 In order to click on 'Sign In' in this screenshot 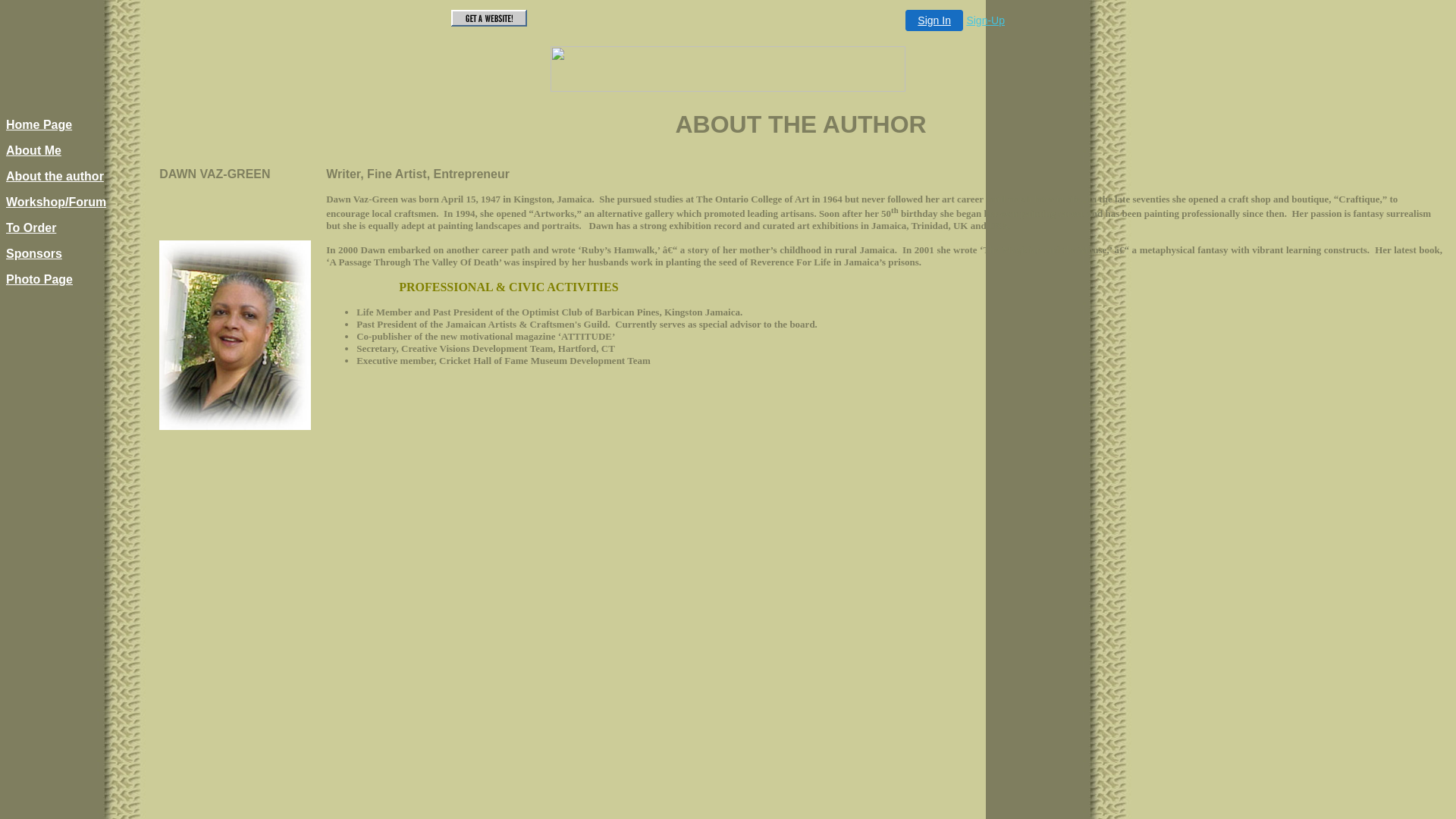, I will do `click(934, 20)`.